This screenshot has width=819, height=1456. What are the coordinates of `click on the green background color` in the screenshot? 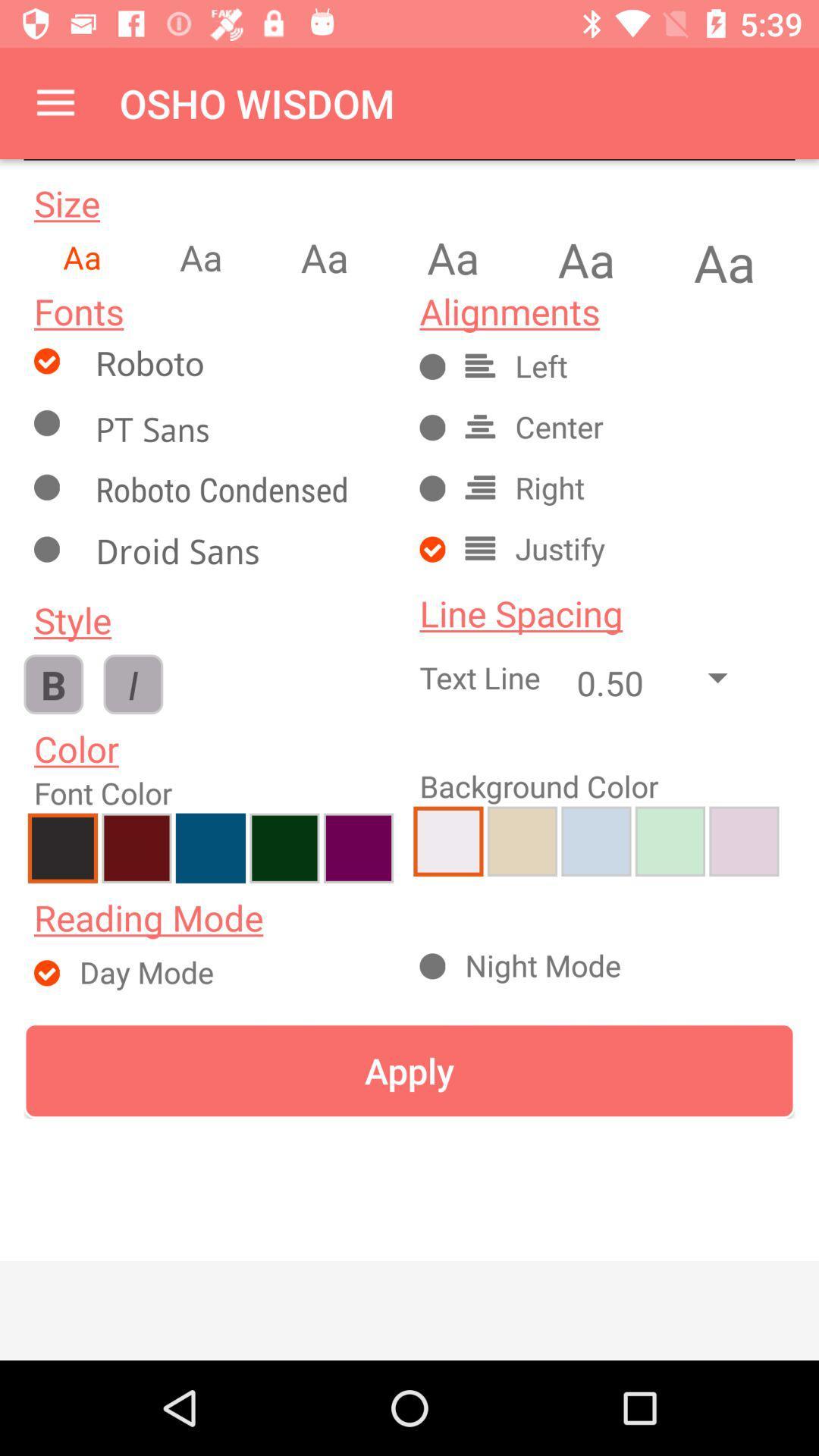 It's located at (669, 840).